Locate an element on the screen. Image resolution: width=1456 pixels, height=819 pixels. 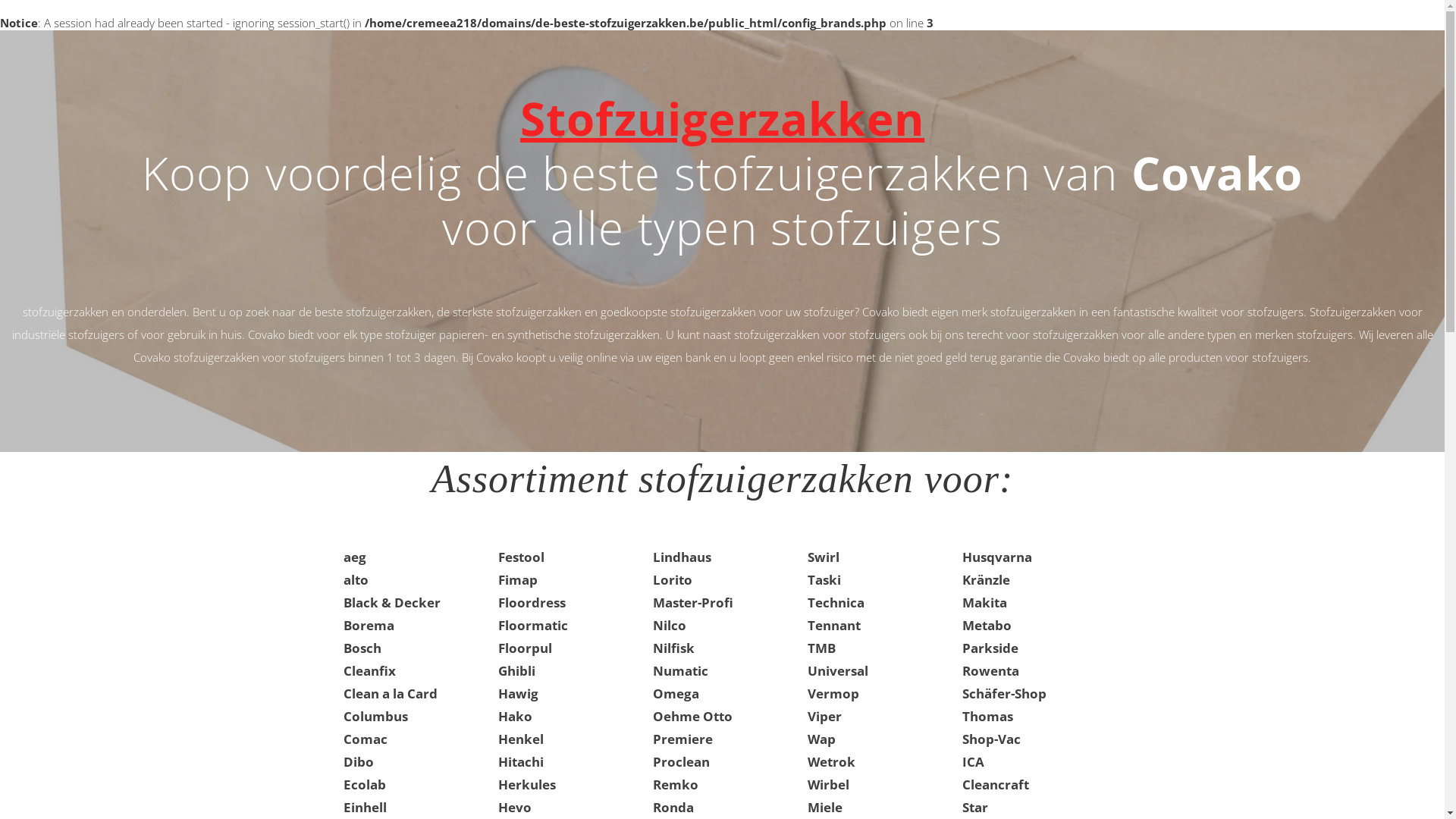
'Henkel' is located at coordinates (520, 738).